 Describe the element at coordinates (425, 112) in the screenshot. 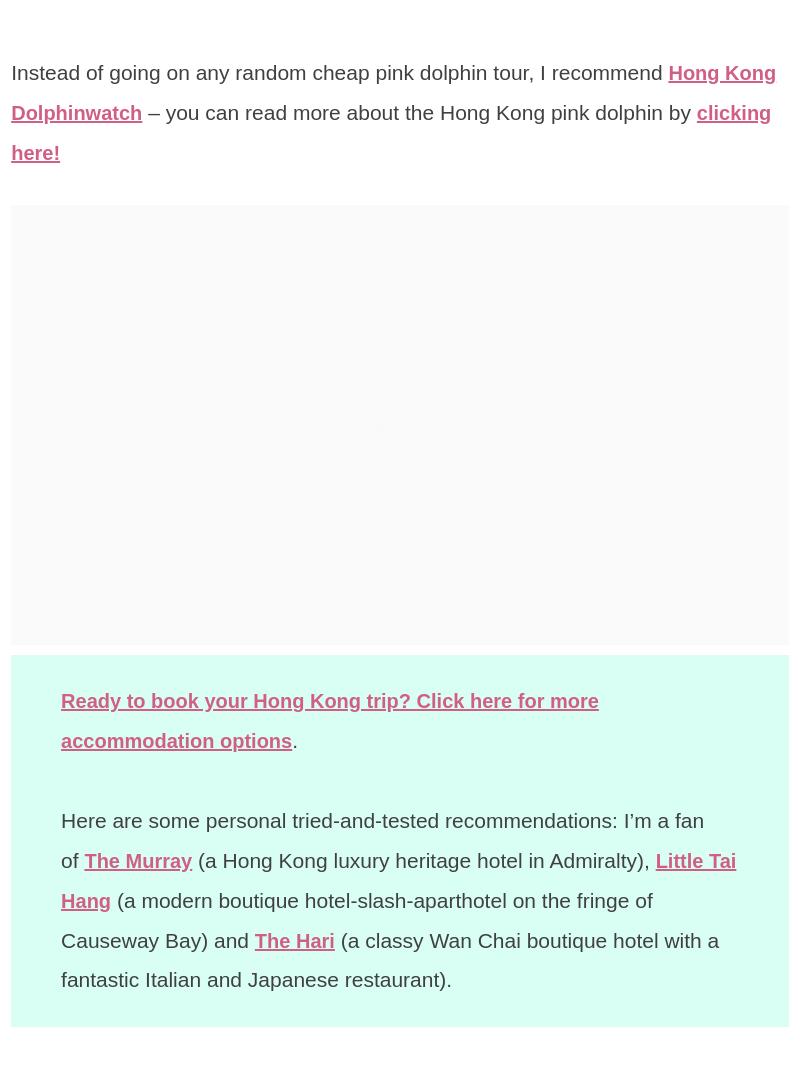

I see `'– you can read more about the Hong Kong pink dolphin by'` at that location.